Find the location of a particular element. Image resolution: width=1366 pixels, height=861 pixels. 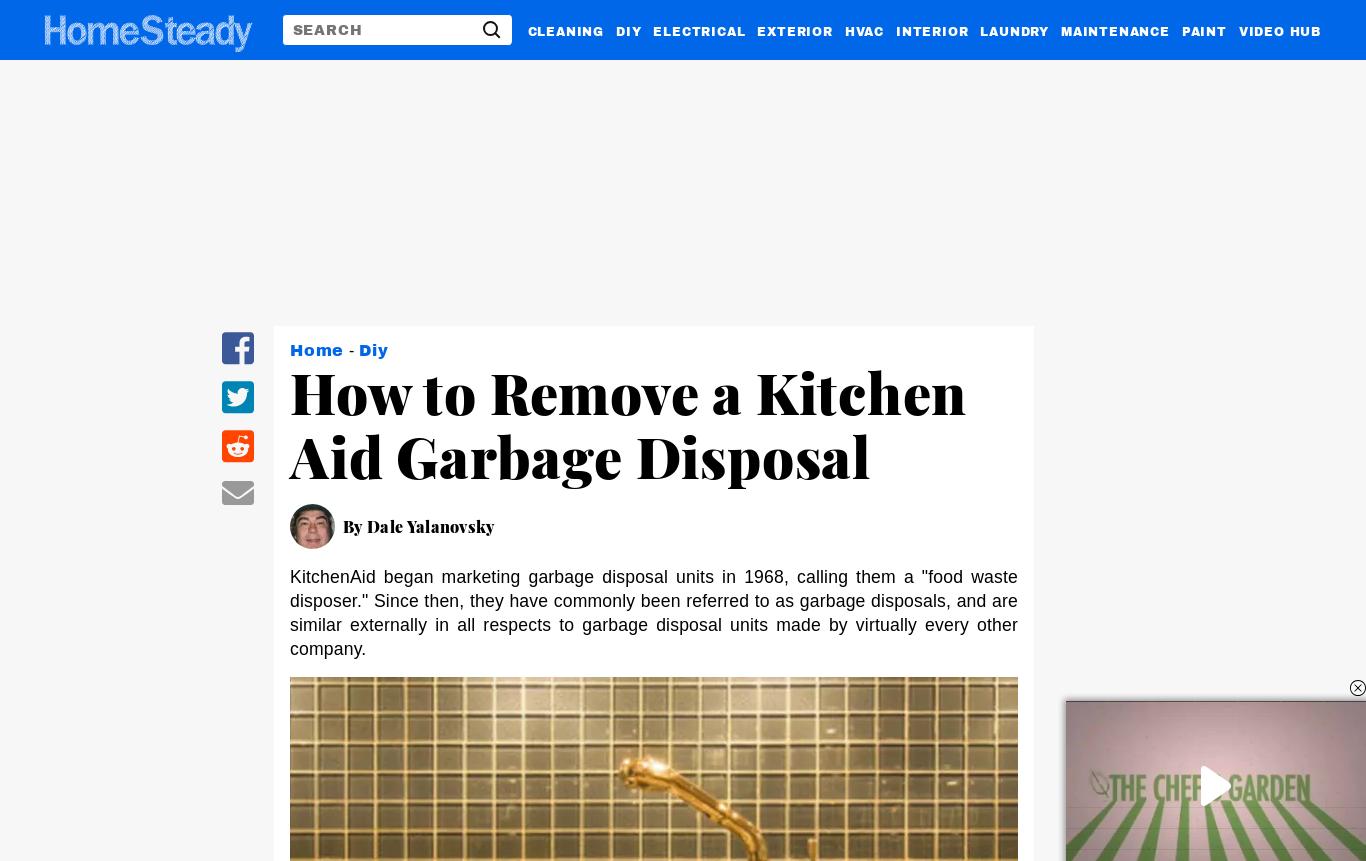

'INTERIOR' is located at coordinates (931, 30).